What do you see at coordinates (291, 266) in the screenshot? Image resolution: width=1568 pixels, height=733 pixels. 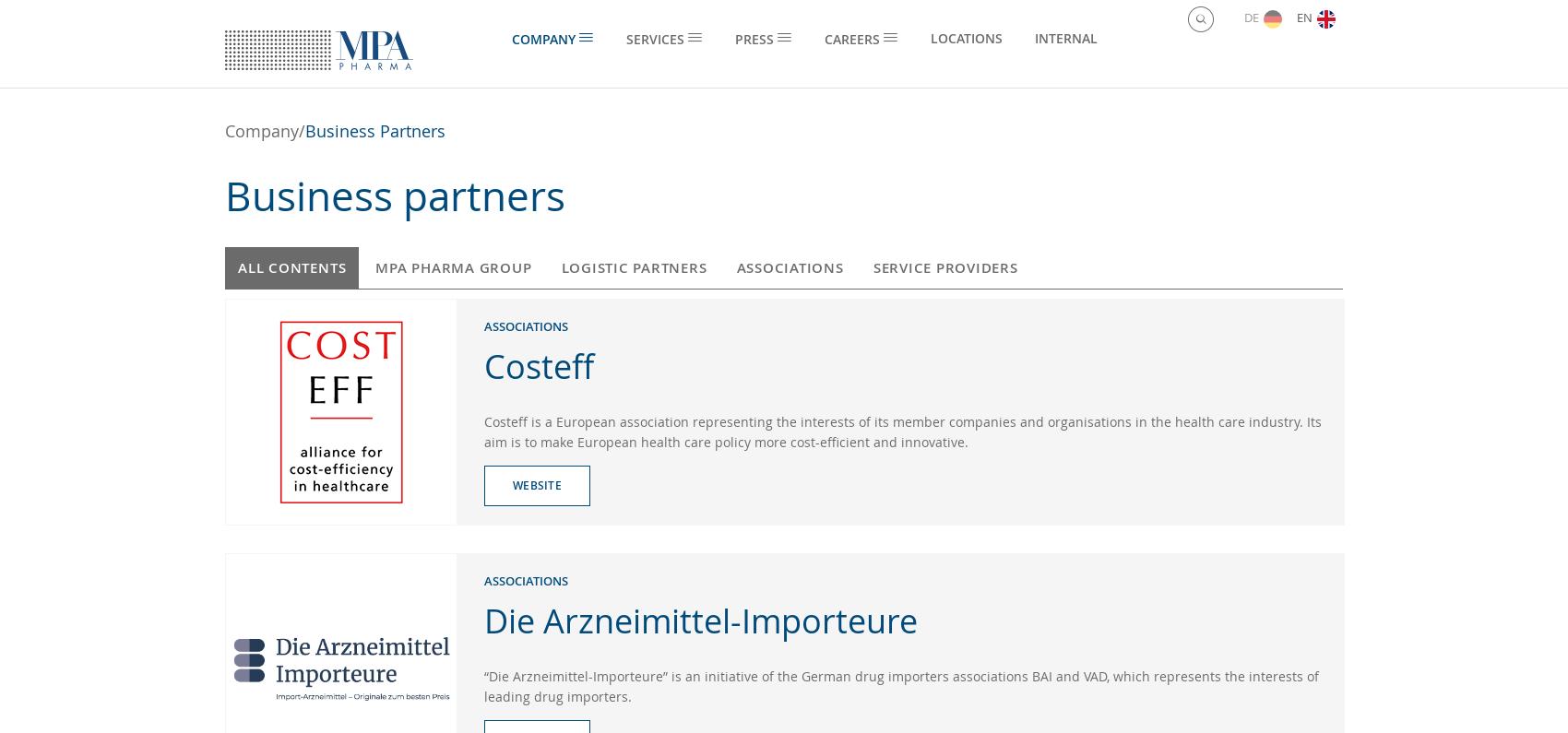 I see `'All contents'` at bounding box center [291, 266].